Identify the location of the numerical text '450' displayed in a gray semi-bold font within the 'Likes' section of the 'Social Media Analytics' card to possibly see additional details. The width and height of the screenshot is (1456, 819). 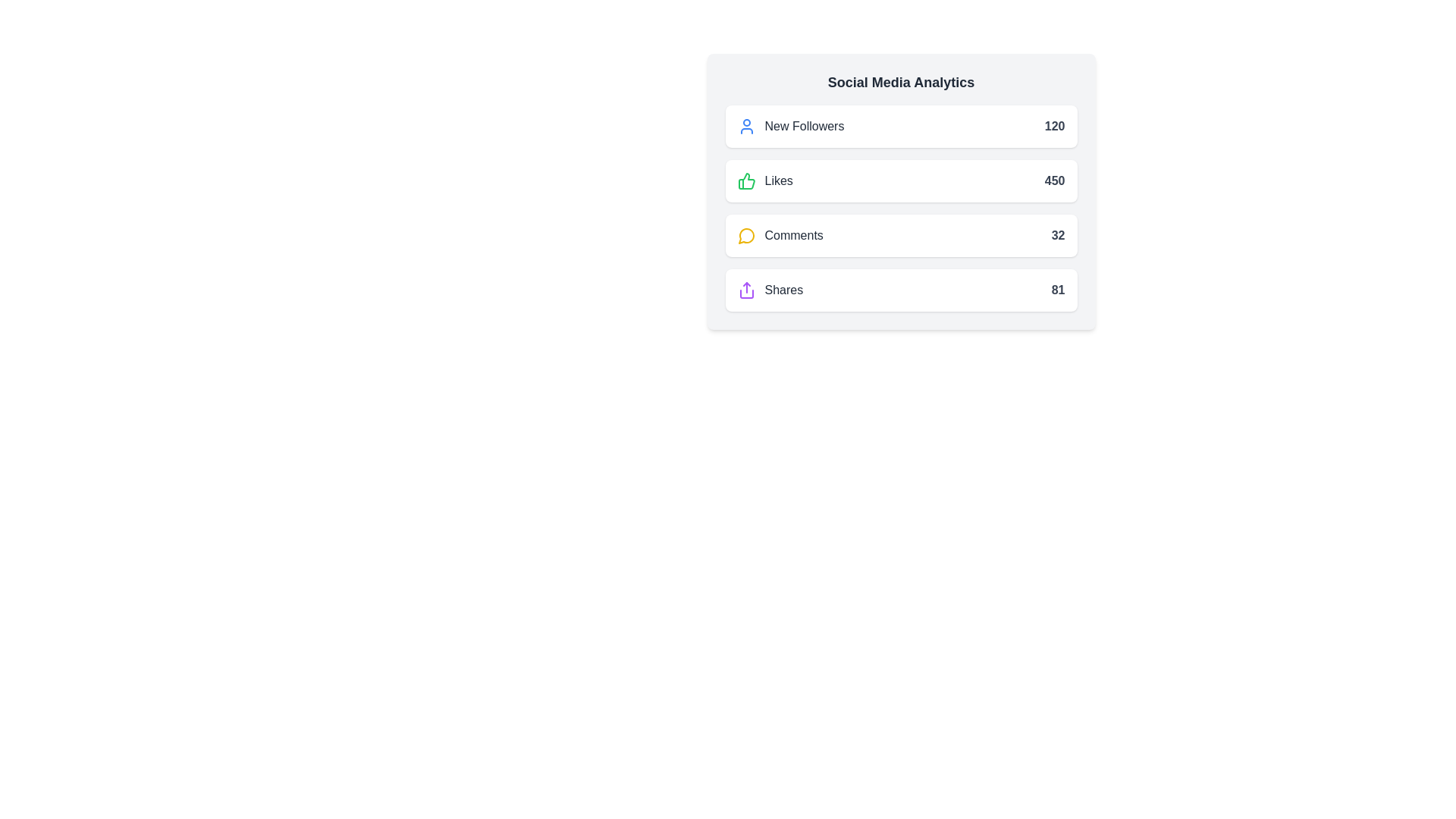
(1054, 180).